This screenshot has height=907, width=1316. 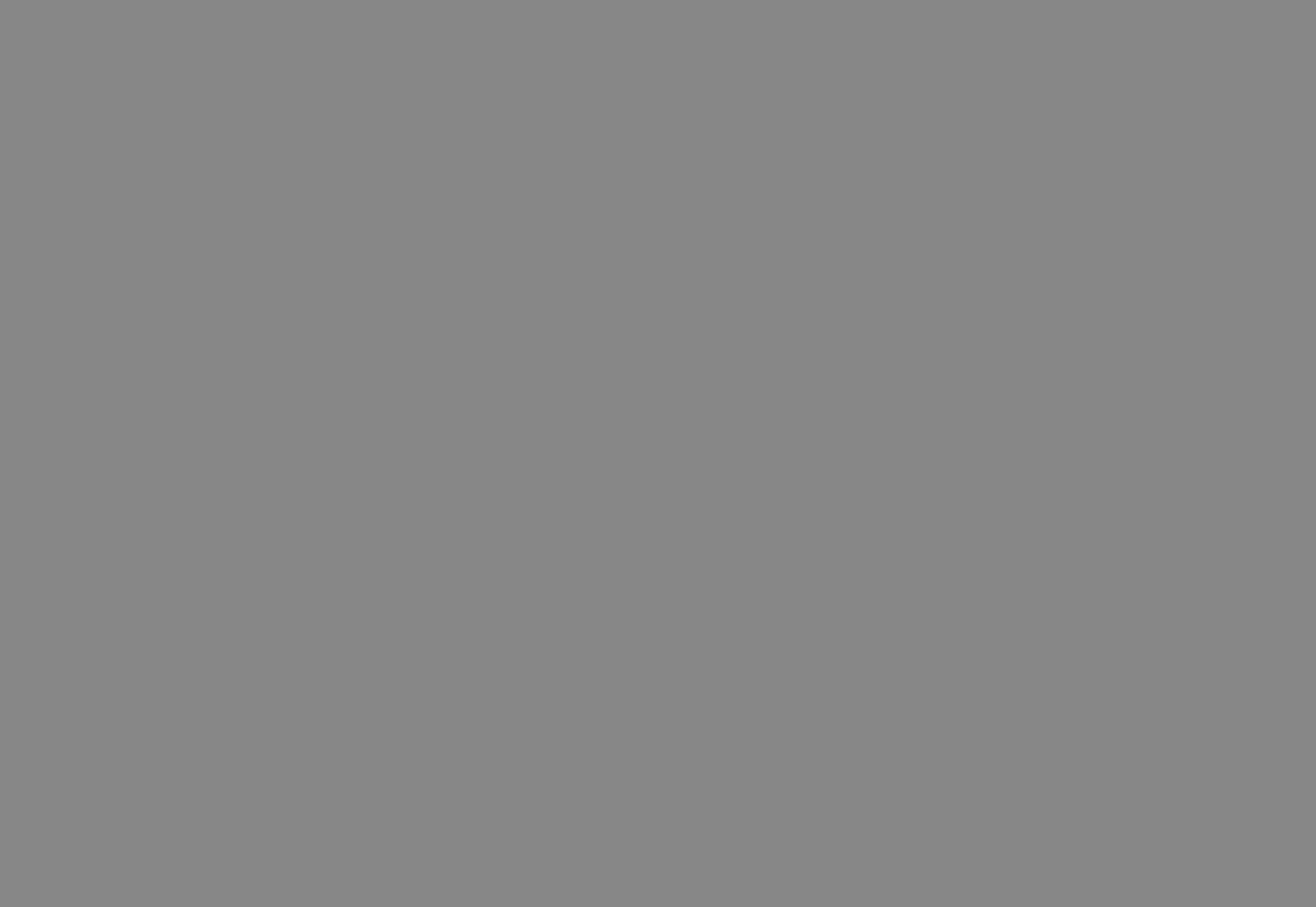 I want to click on 'Change cookie settings to load video. Allow marketing cookies.', so click(x=453, y=735).